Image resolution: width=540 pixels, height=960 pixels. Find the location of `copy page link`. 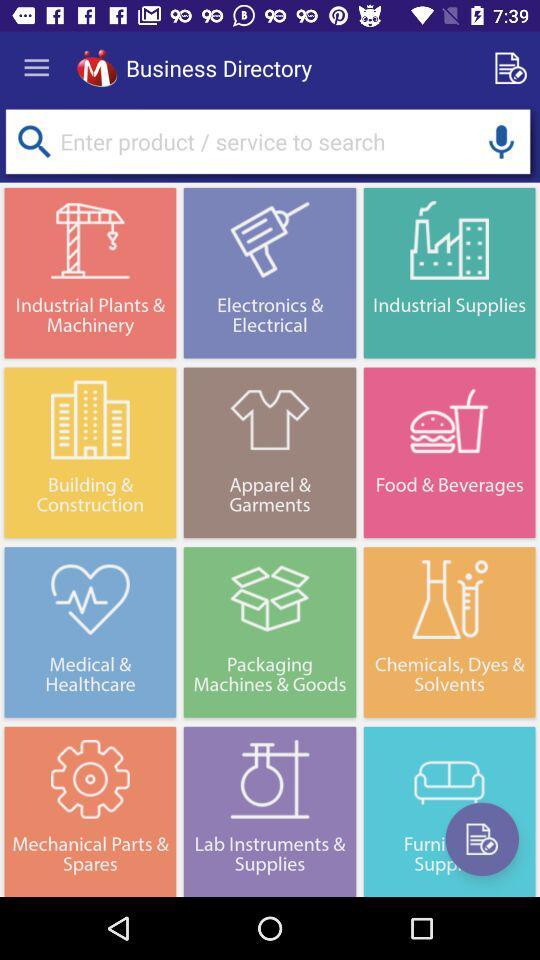

copy page link is located at coordinates (514, 68).